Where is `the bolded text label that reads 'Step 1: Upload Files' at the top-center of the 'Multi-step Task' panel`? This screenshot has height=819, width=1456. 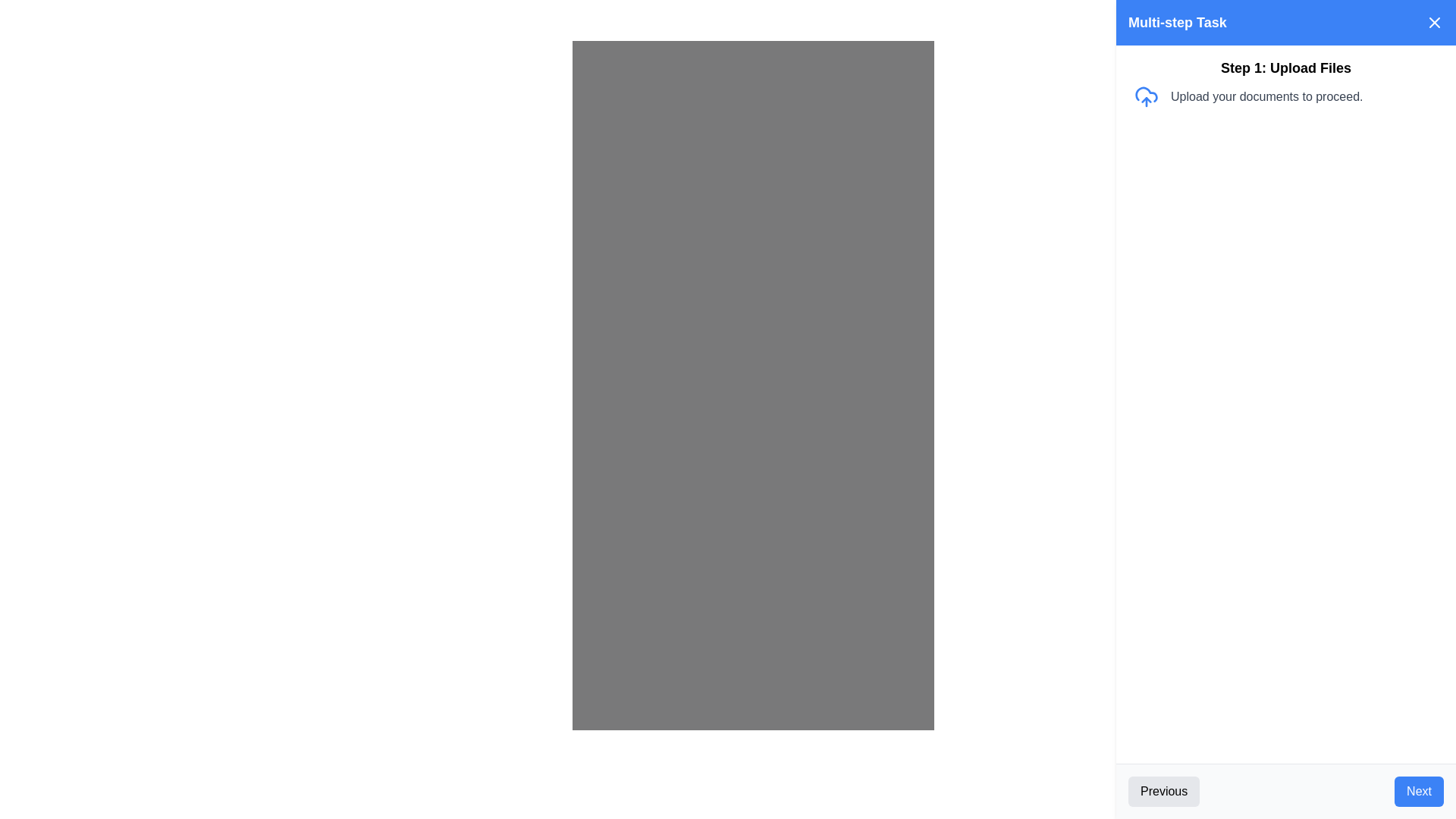 the bolded text label that reads 'Step 1: Upload Files' at the top-center of the 'Multi-step Task' panel is located at coordinates (1285, 67).